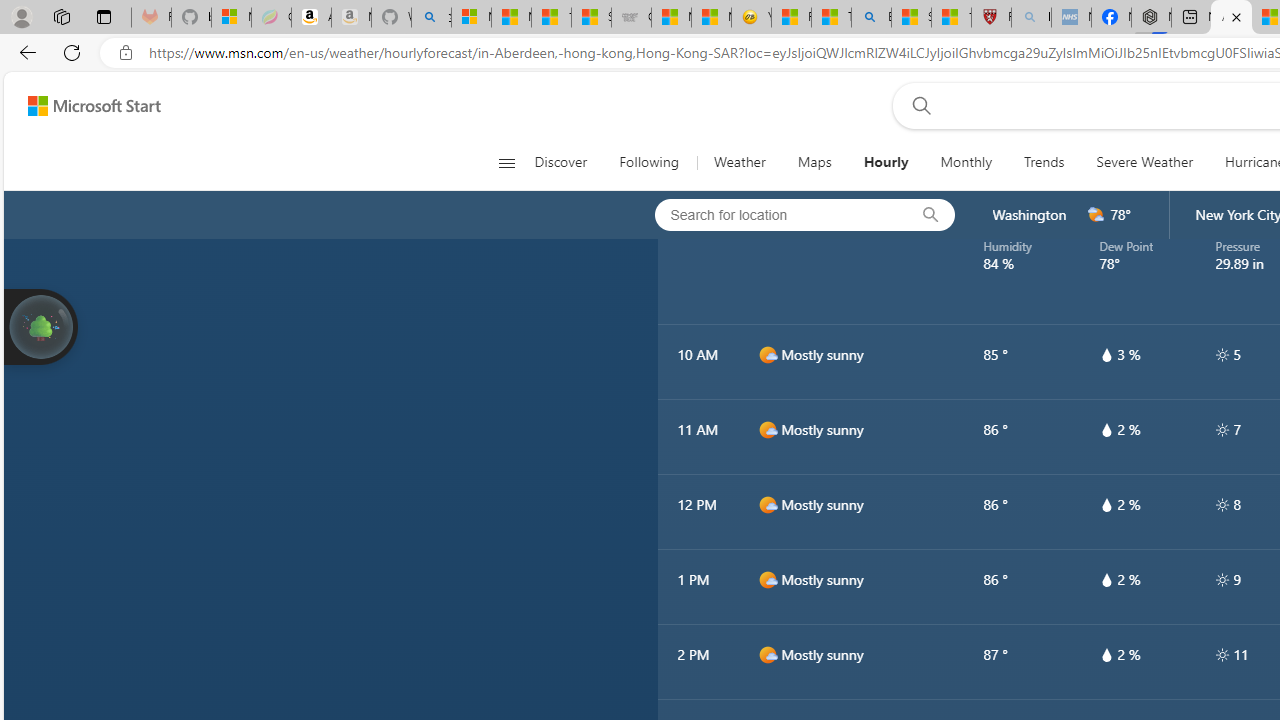  I want to click on 'Trends', so click(1043, 162).